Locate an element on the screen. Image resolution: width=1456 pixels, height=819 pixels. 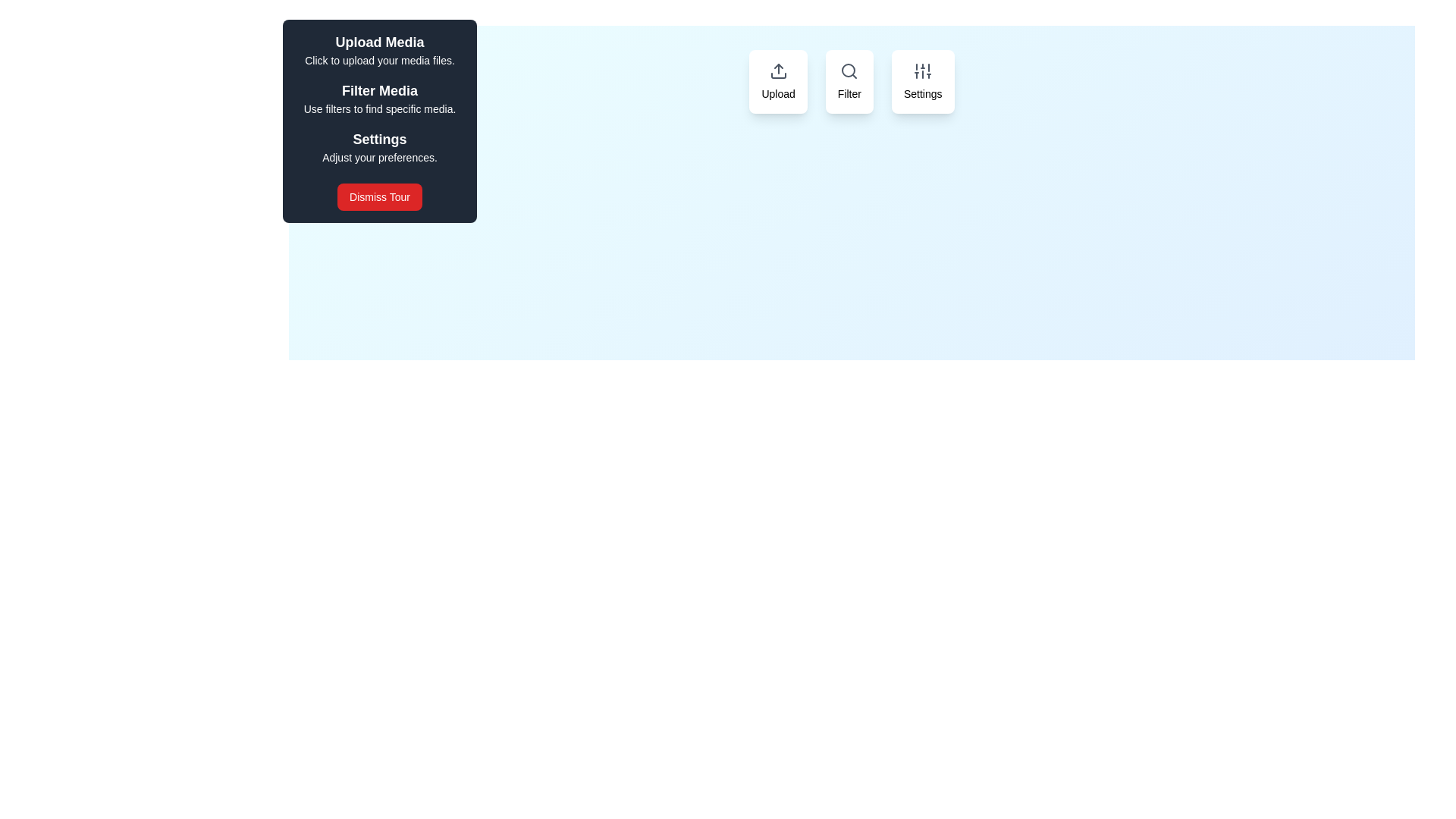
the 'Filter Media' header text is located at coordinates (379, 90).